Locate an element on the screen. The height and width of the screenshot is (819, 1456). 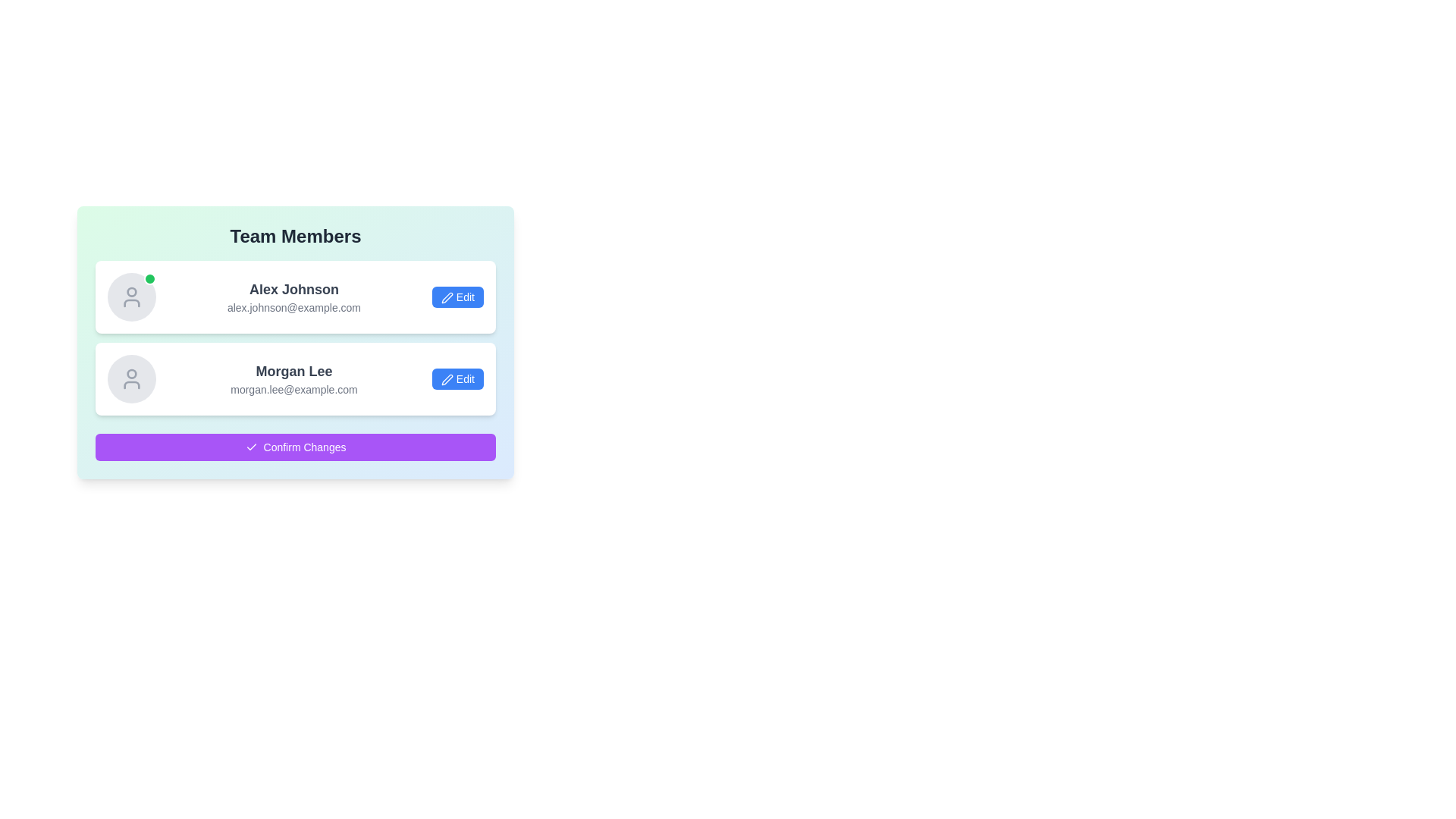
the pen icon located to the right of the 'Edit' button associated with the user 'Alex Johnson' to initiate editing is located at coordinates (447, 298).